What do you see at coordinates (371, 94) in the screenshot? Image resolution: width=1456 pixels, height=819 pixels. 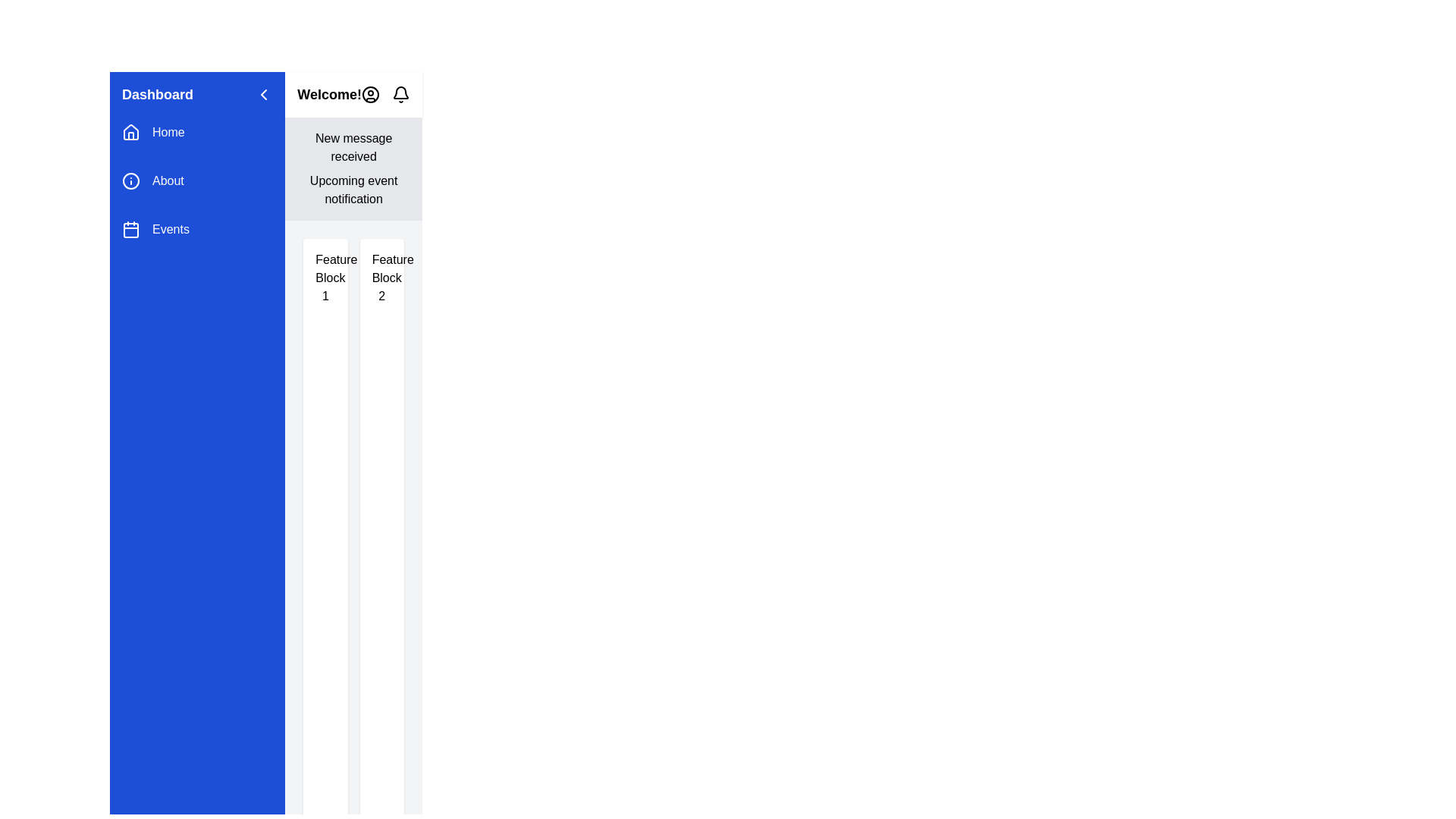 I see `the user profile icon located at the leftmost position of the top bar` at bounding box center [371, 94].